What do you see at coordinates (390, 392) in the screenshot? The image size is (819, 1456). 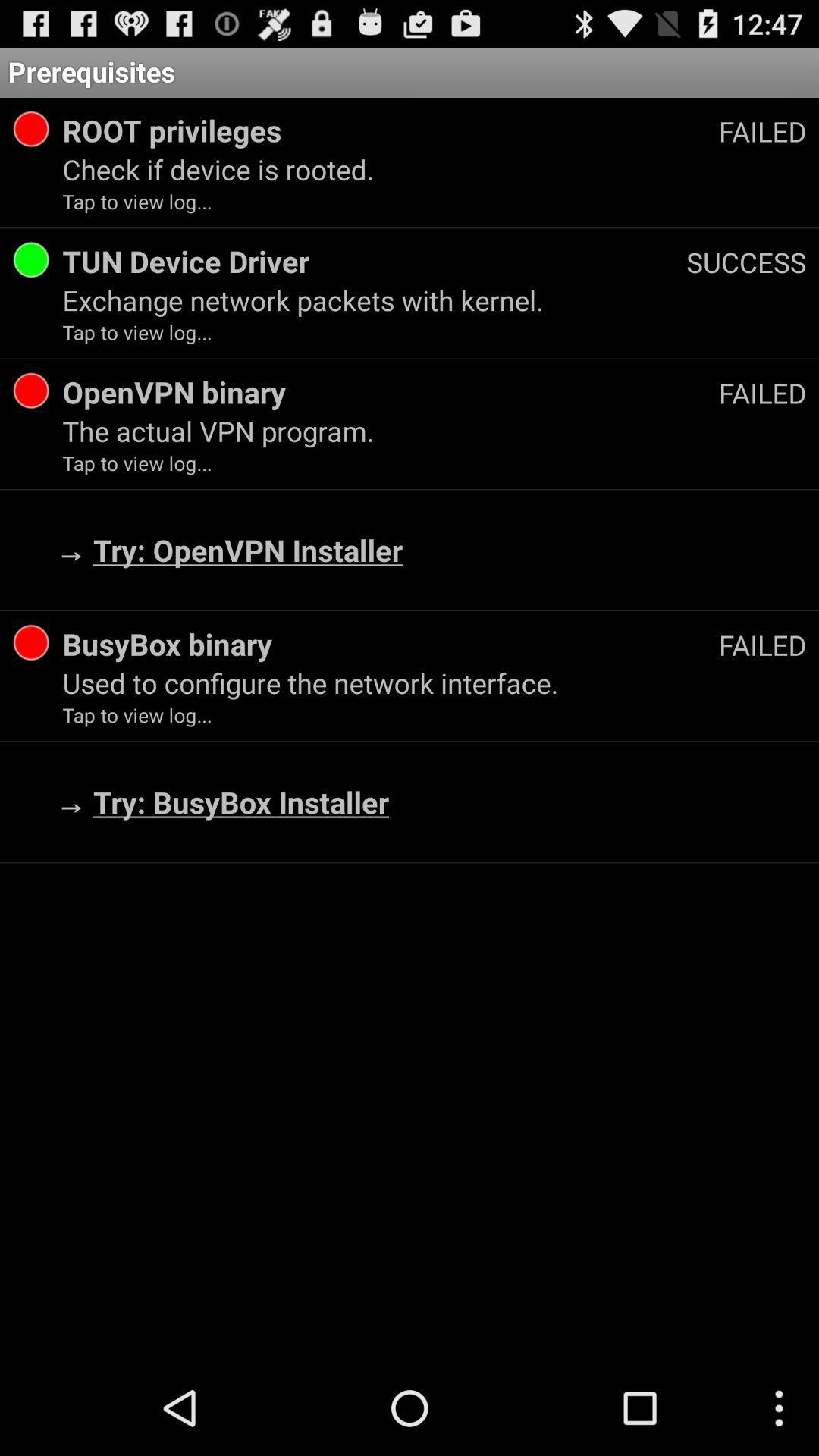 I see `icon below tap to view` at bounding box center [390, 392].